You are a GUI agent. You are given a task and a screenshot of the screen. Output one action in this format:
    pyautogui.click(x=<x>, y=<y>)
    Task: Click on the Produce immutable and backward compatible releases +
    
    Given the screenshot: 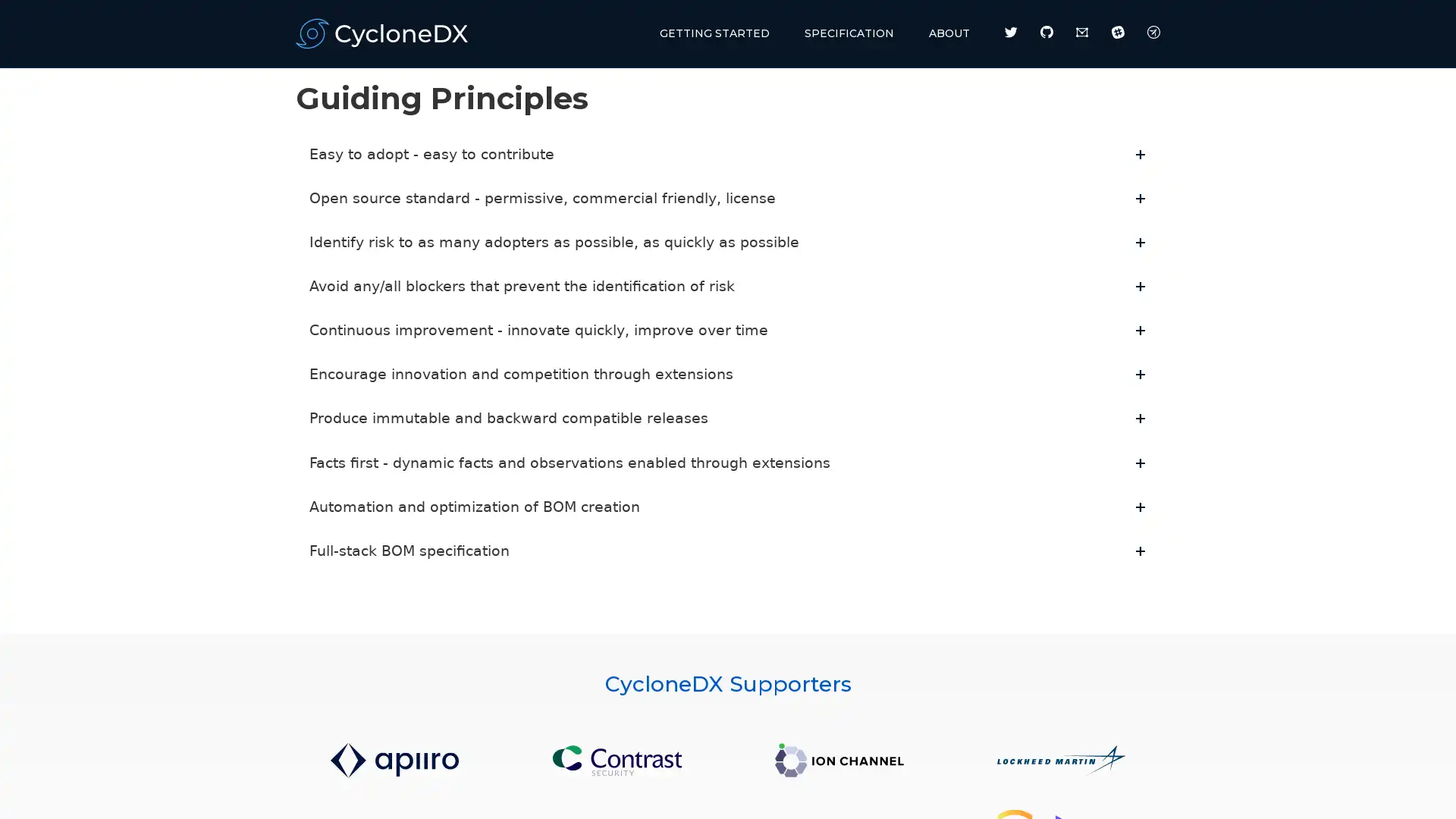 What is the action you would take?
    pyautogui.click(x=728, y=418)
    